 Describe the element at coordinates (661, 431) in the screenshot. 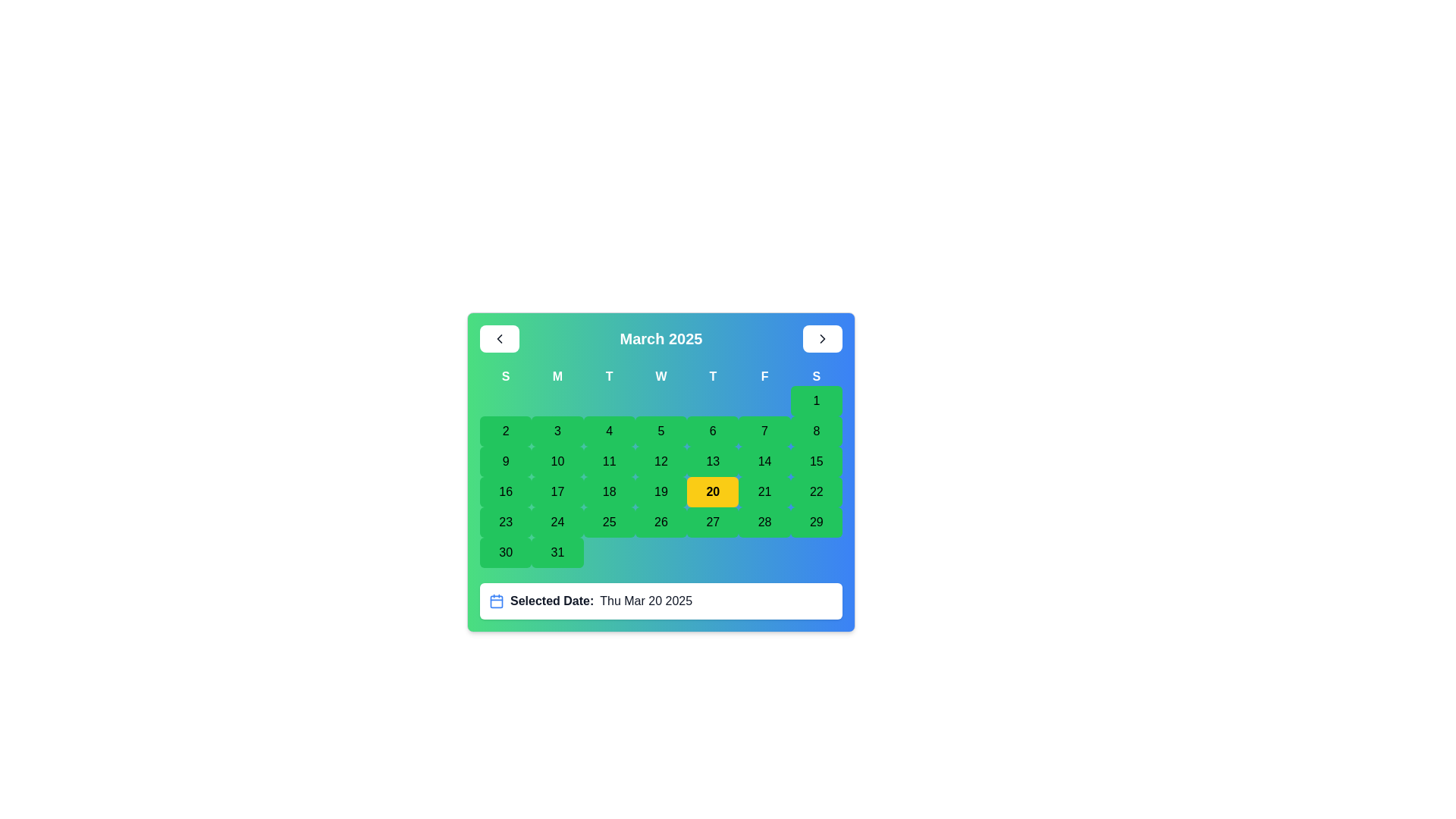

I see `the green button displaying the number '5', located in the second row and fifth column of the calendar grid` at that location.